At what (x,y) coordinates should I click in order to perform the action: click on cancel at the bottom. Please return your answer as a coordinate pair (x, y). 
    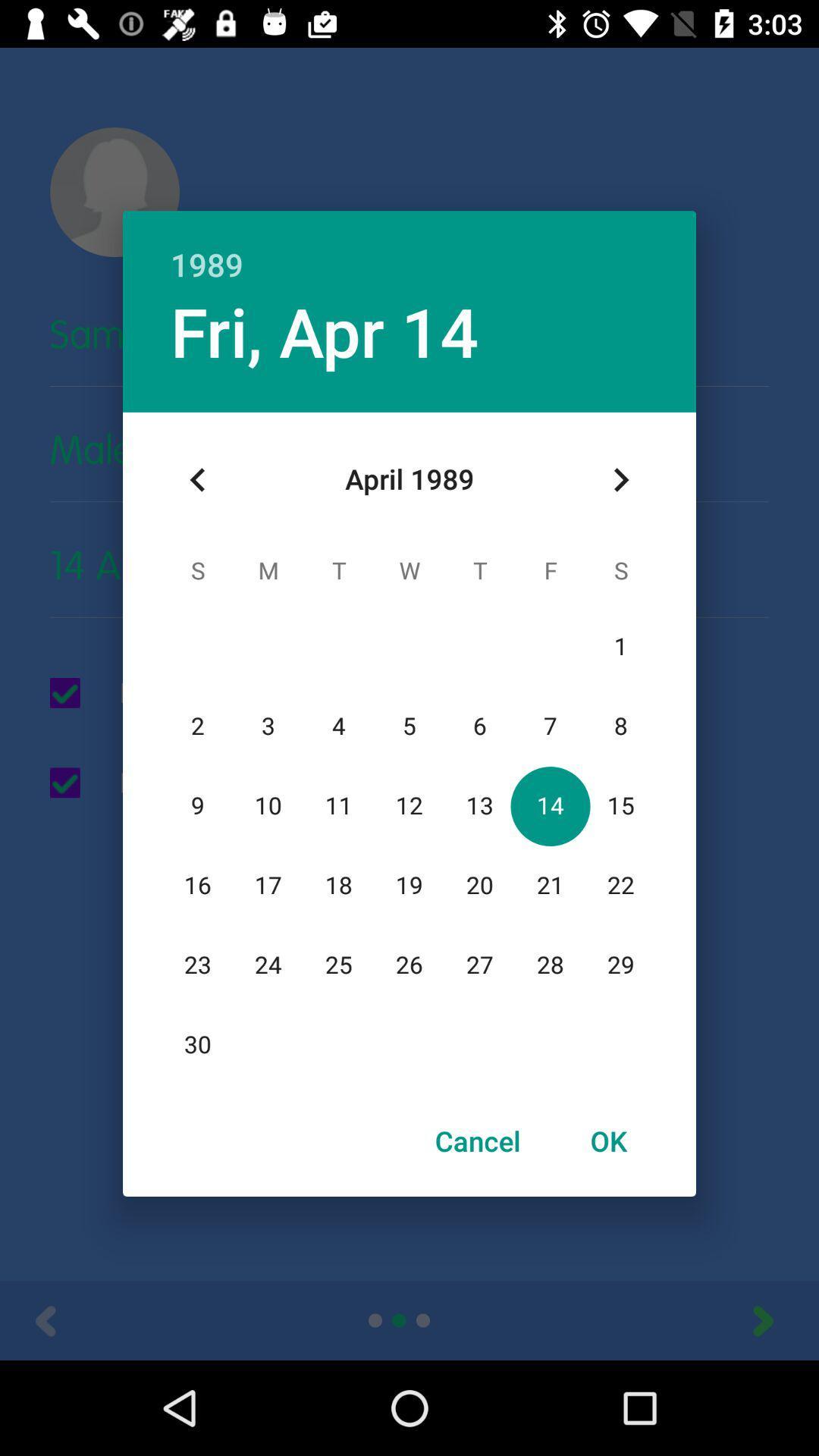
    Looking at the image, I should click on (478, 1141).